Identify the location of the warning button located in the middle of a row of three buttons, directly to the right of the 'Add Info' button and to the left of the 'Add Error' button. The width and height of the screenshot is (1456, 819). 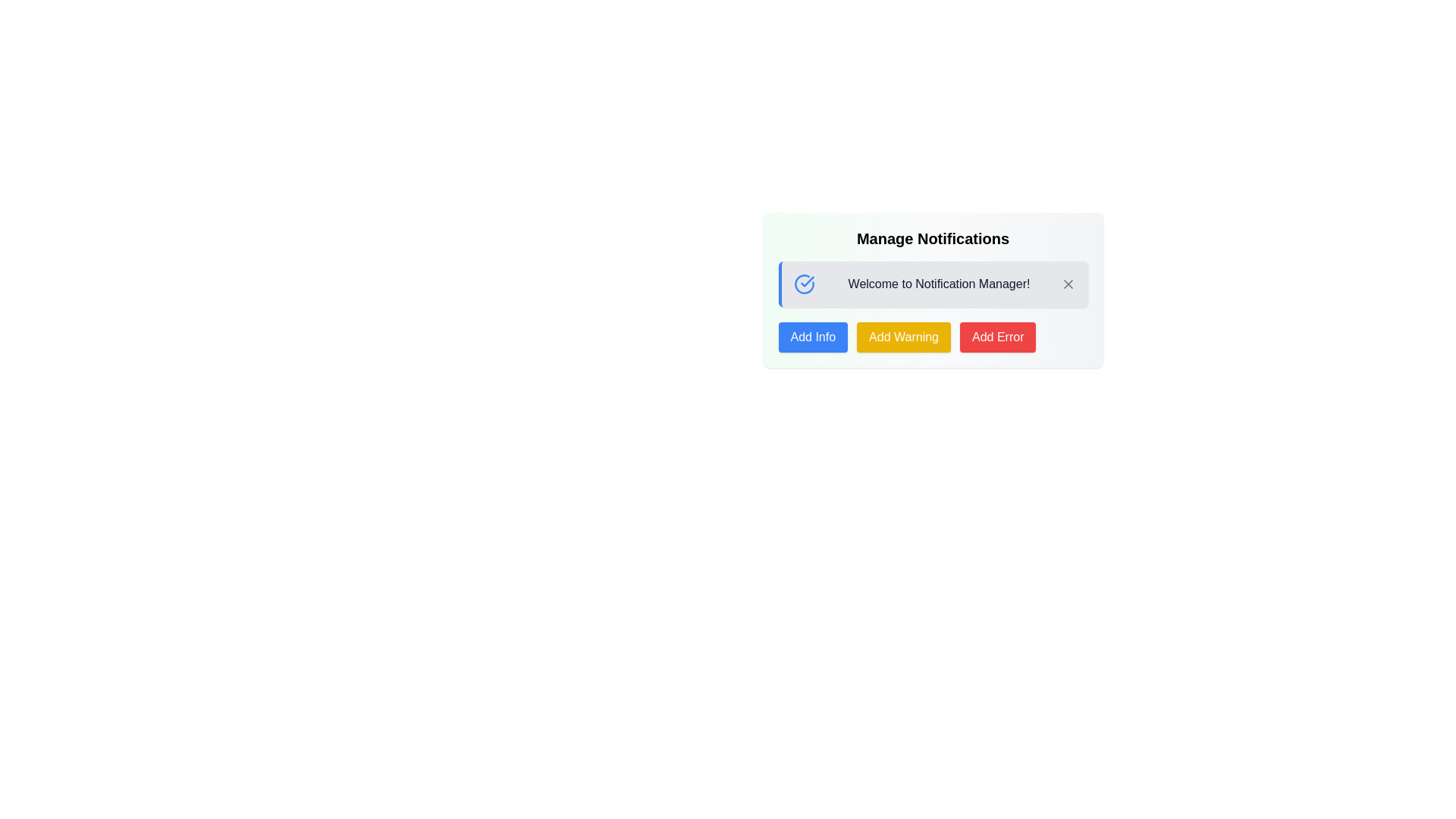
(904, 336).